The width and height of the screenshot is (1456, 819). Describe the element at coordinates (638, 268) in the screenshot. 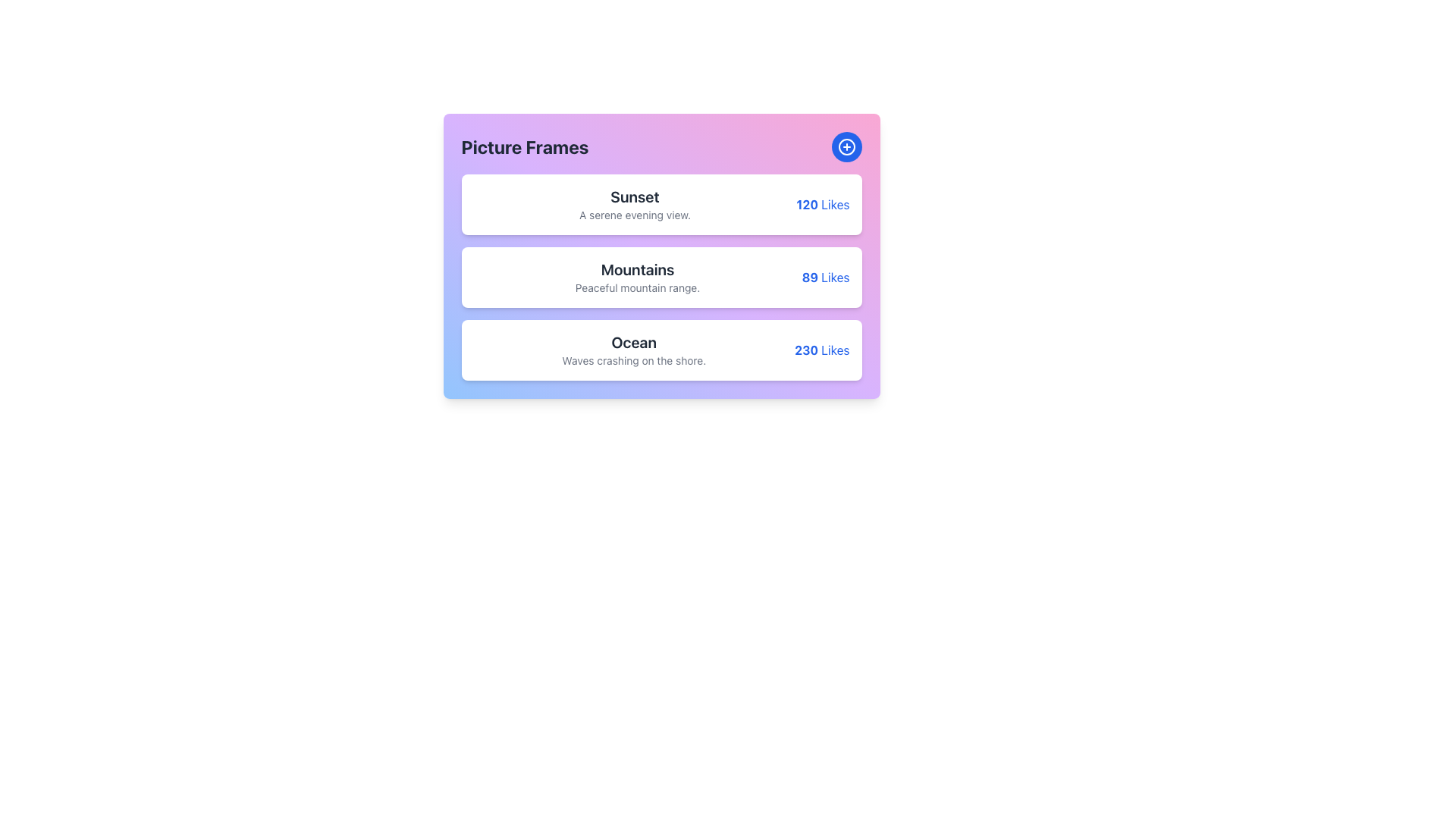

I see `the heading element that serves as the title for the picture frame description, positioned above the smaller gray text 'Peaceful mountain range.'` at that location.